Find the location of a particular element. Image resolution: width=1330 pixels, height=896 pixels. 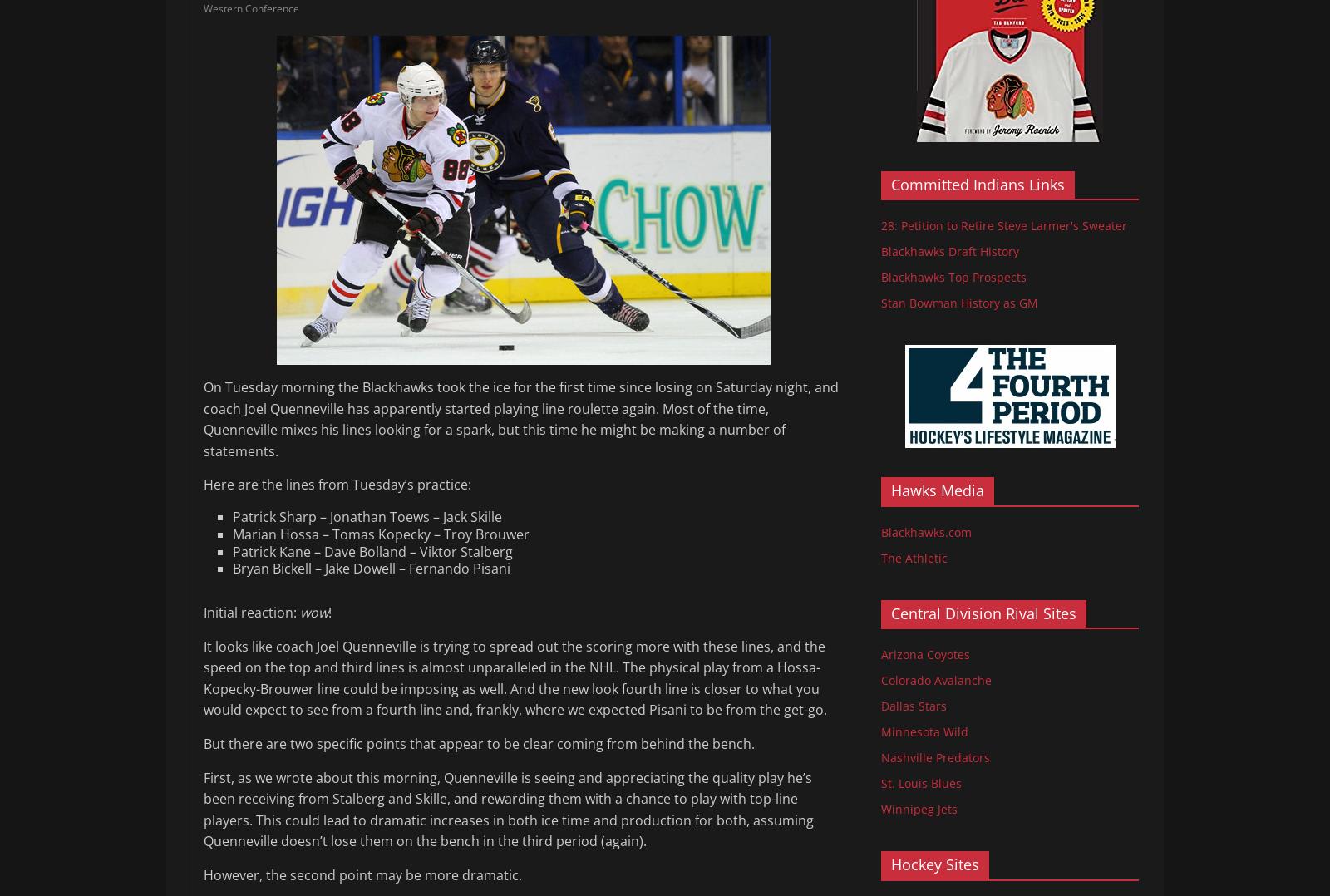

'Colorado Avalanche' is located at coordinates (881, 680).